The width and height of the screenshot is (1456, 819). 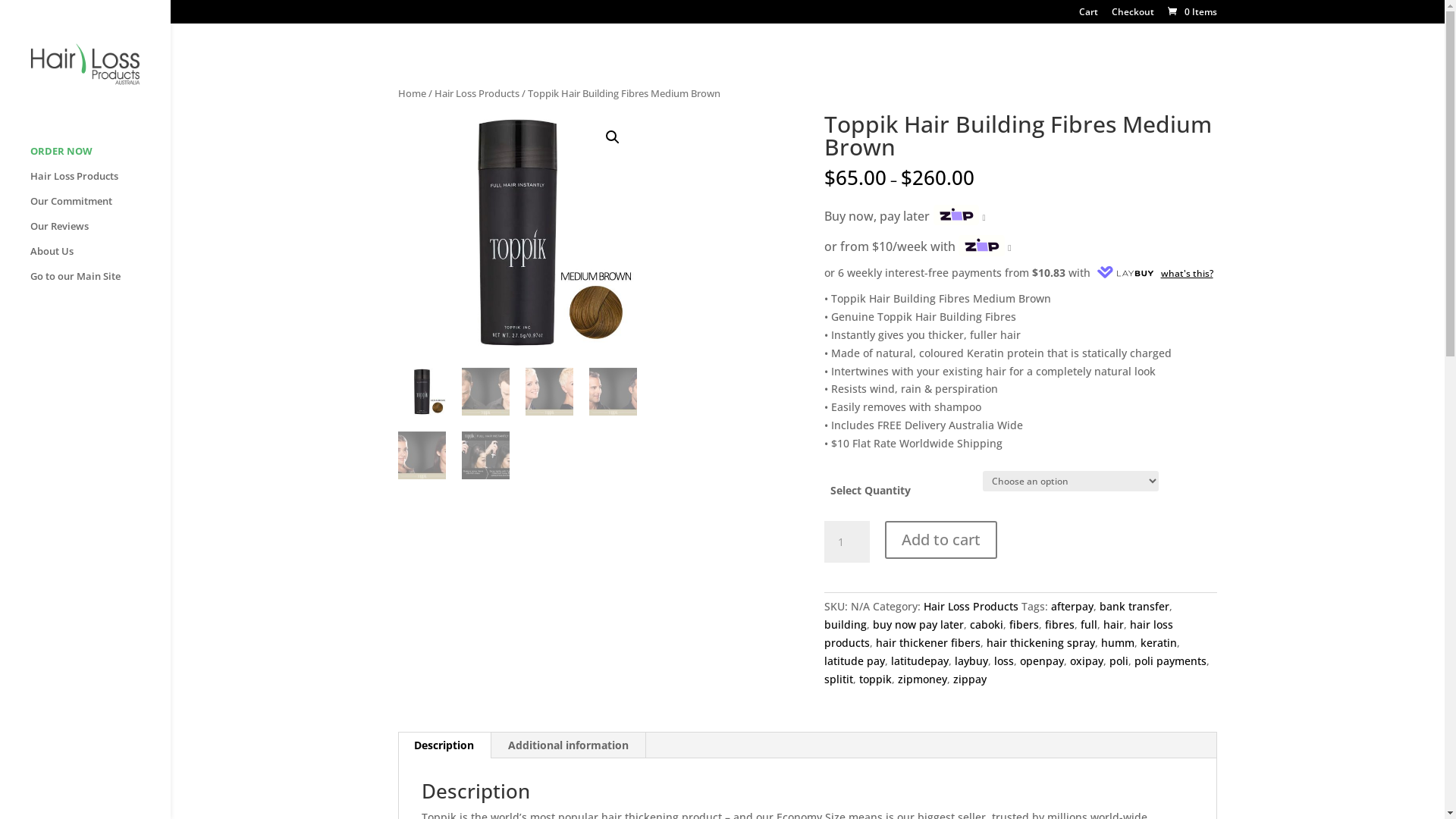 What do you see at coordinates (1117, 642) in the screenshot?
I see `'humm'` at bounding box center [1117, 642].